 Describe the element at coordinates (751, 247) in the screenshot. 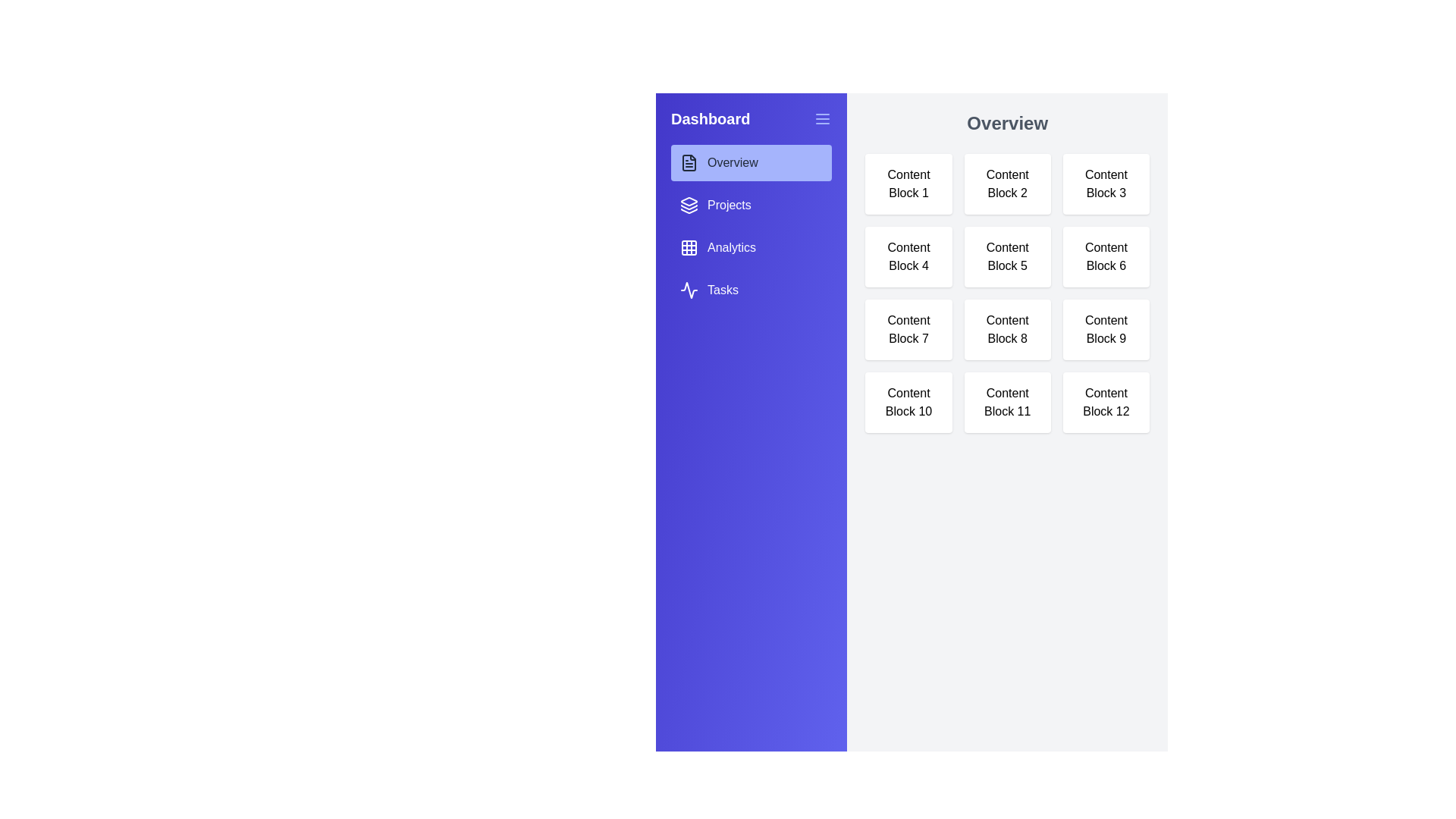

I see `the tab Analytics from the sidebar menu` at that location.